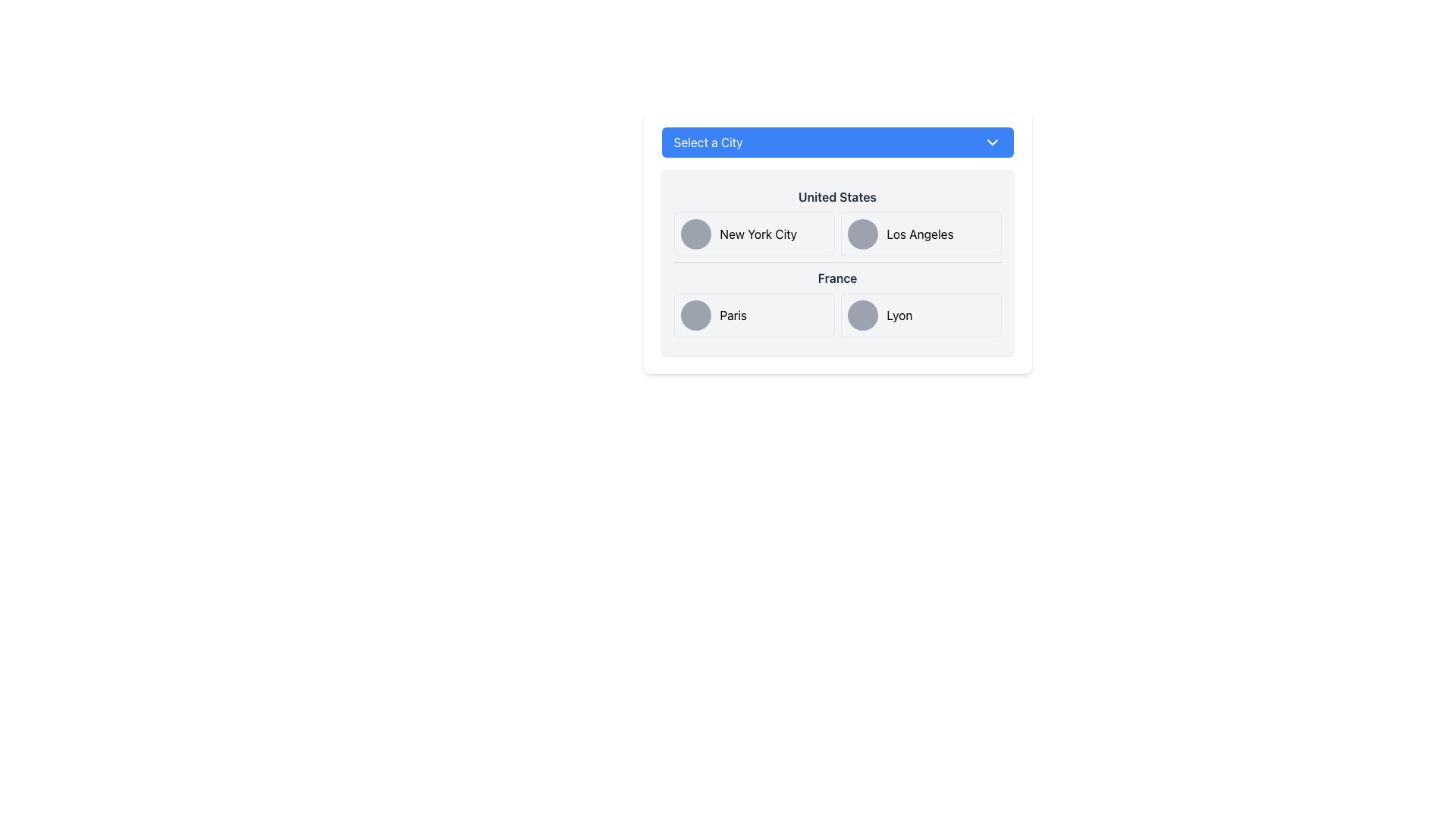 Image resolution: width=1456 pixels, height=819 pixels. I want to click on the static text label displaying 'France' in a bold serif font, located below the 'United States' section in a vertical list of geographical labels, so click(836, 278).